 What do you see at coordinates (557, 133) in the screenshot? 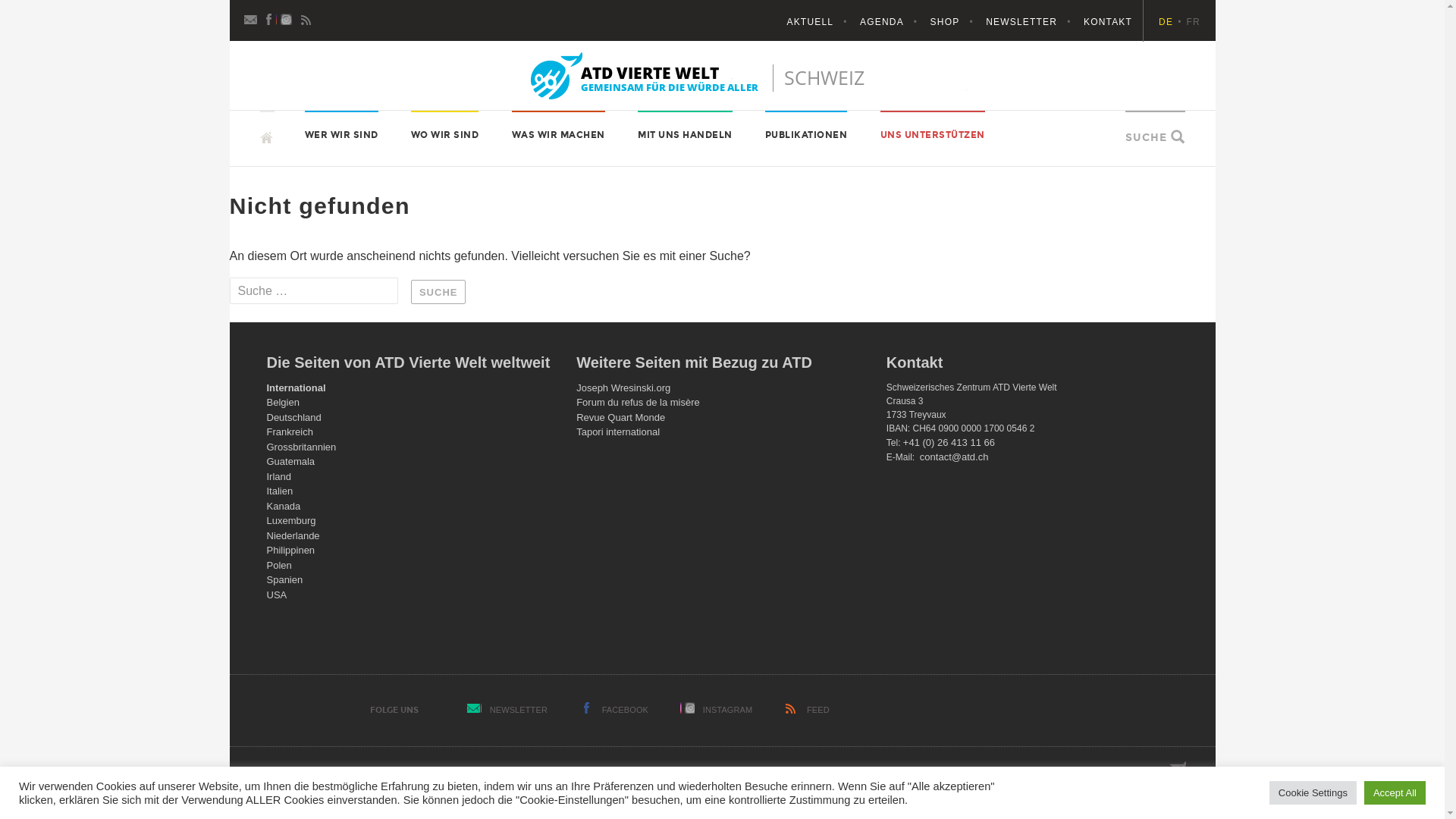
I see `'WAS WIR MACHEN'` at bounding box center [557, 133].